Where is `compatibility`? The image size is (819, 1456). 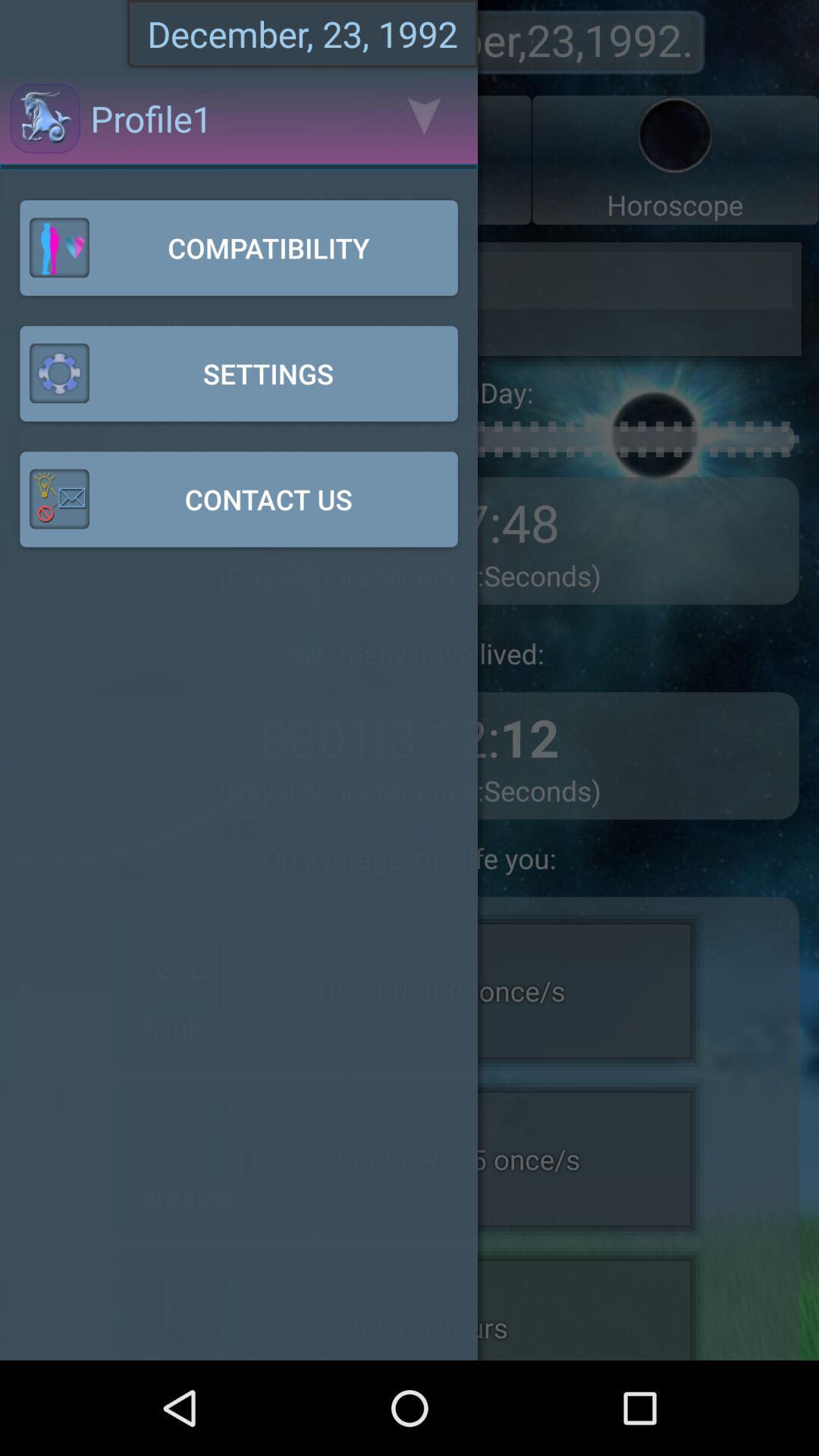
compatibility is located at coordinates (239, 247).